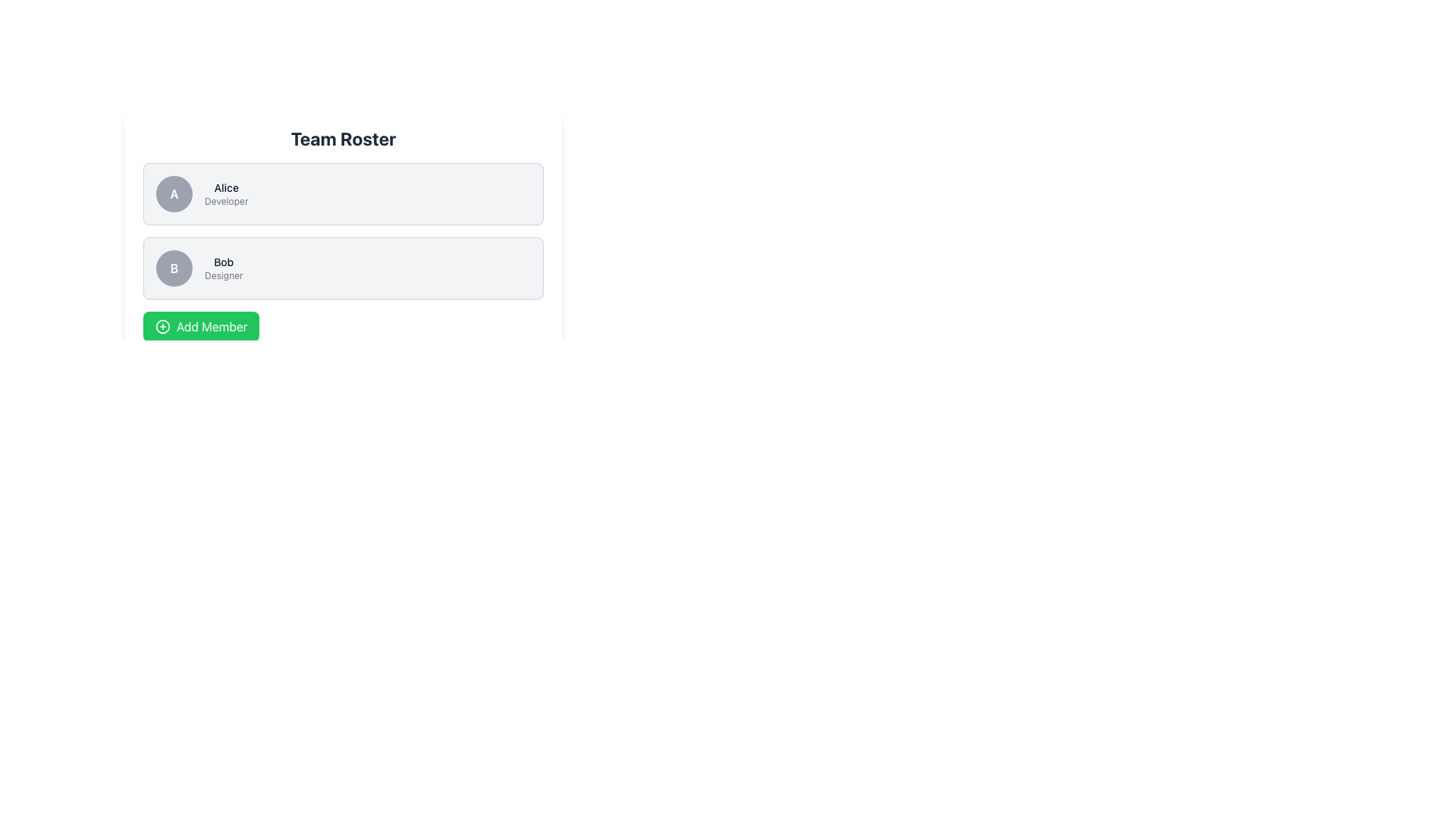 The image size is (1456, 819). Describe the element at coordinates (223, 268) in the screenshot. I see `the text label displaying the name 'Bob' and title 'Designer', which is located in the second row of the user listing interface, to the right of the circular avatar with the initial 'B'` at that location.